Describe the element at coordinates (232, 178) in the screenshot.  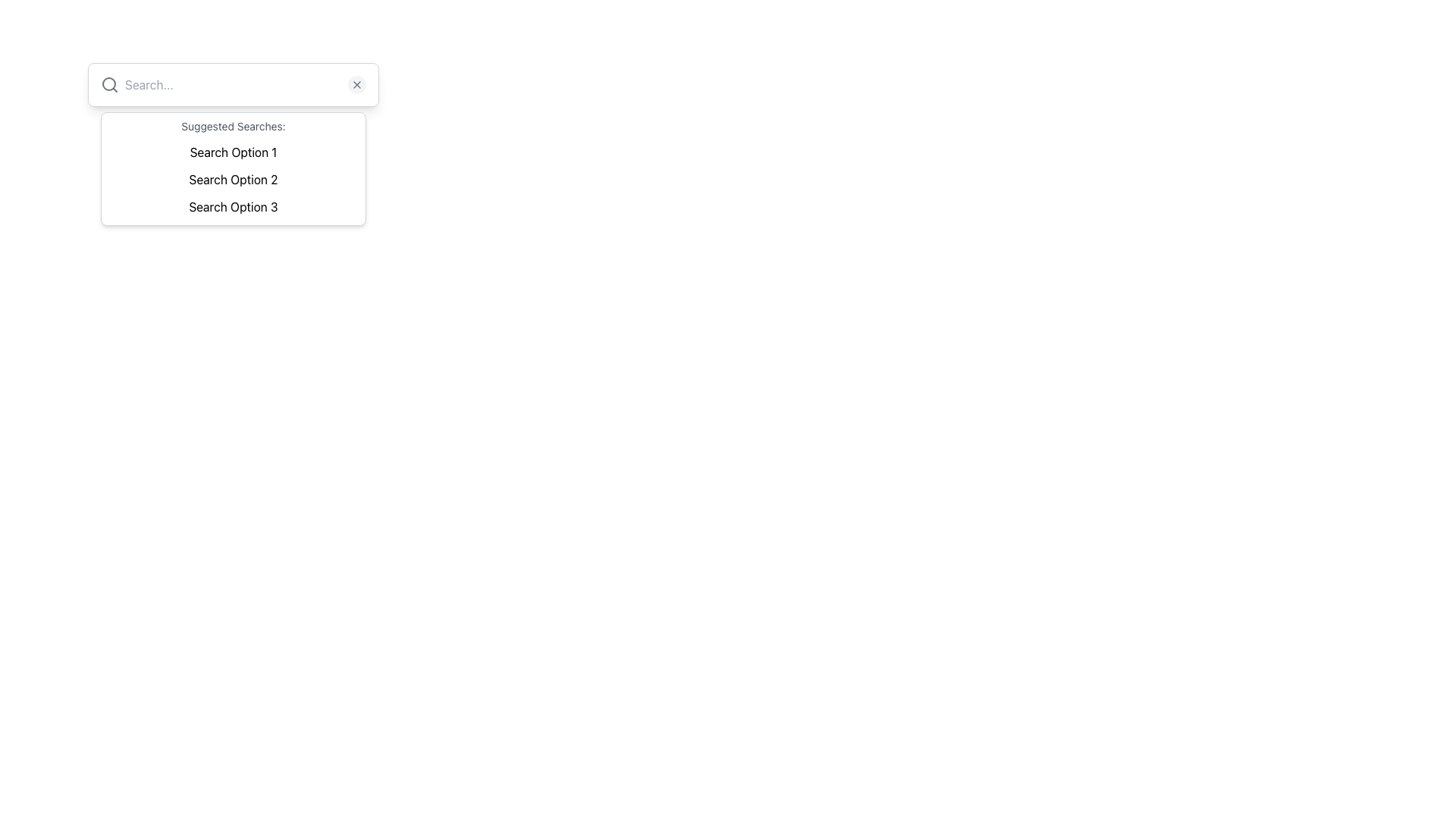
I see `the text label reading 'Search Option 2'` at that location.